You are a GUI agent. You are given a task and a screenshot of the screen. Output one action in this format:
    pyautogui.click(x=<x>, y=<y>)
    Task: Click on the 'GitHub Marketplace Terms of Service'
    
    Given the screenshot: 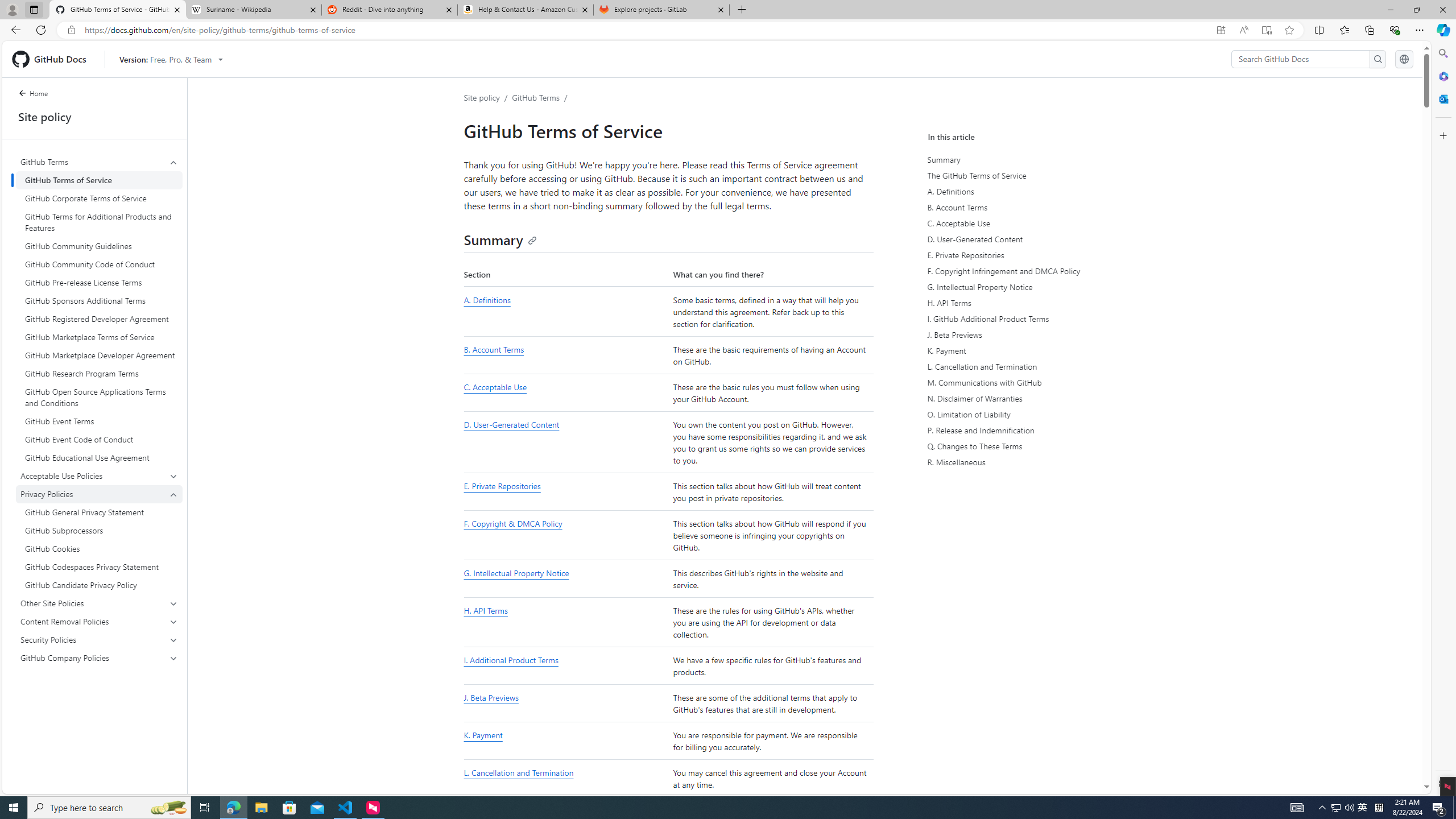 What is the action you would take?
    pyautogui.click(x=99, y=337)
    